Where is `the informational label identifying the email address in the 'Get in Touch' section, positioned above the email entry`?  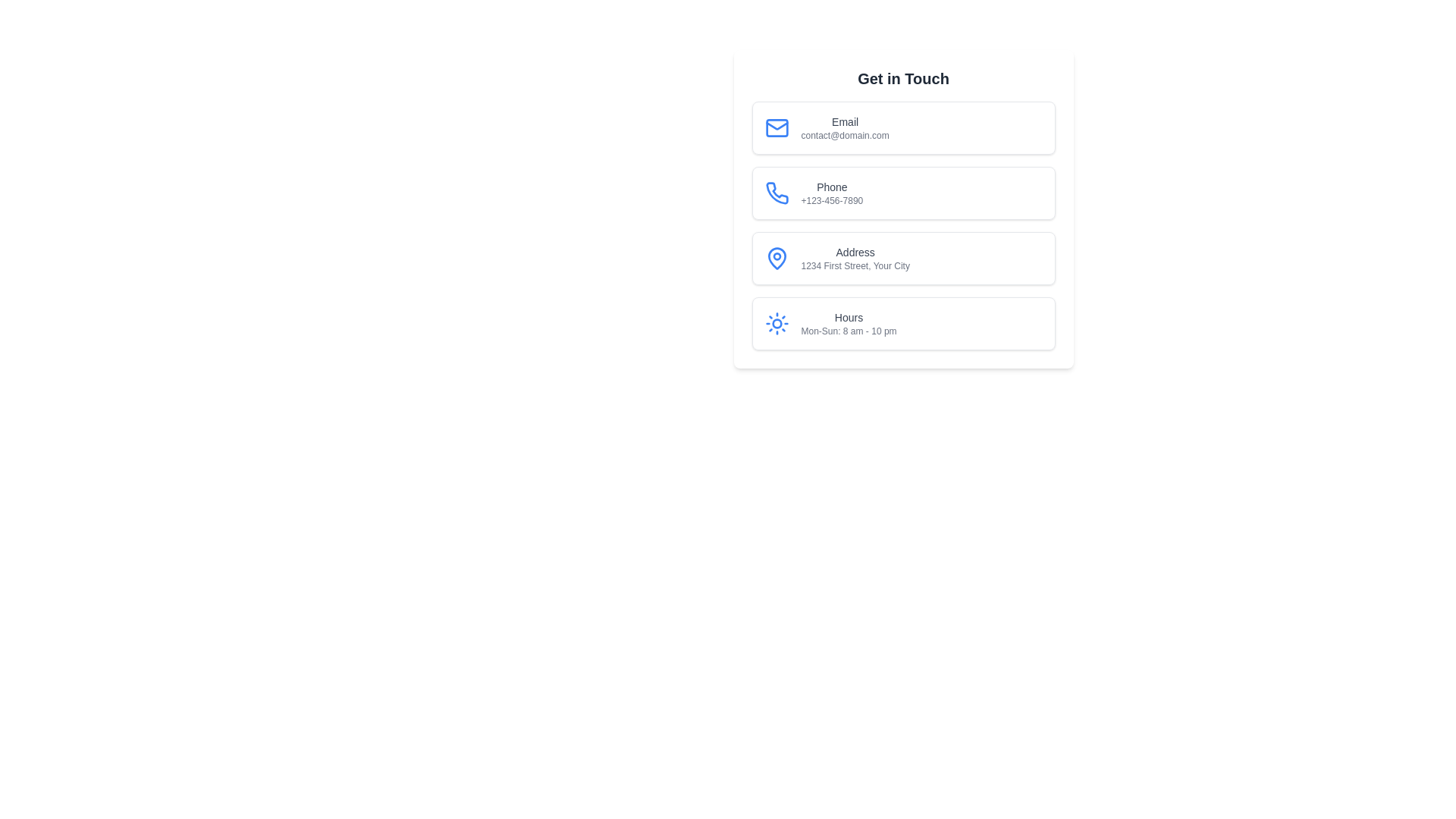
the informational label identifying the email address in the 'Get in Touch' section, positioned above the email entry is located at coordinates (844, 121).